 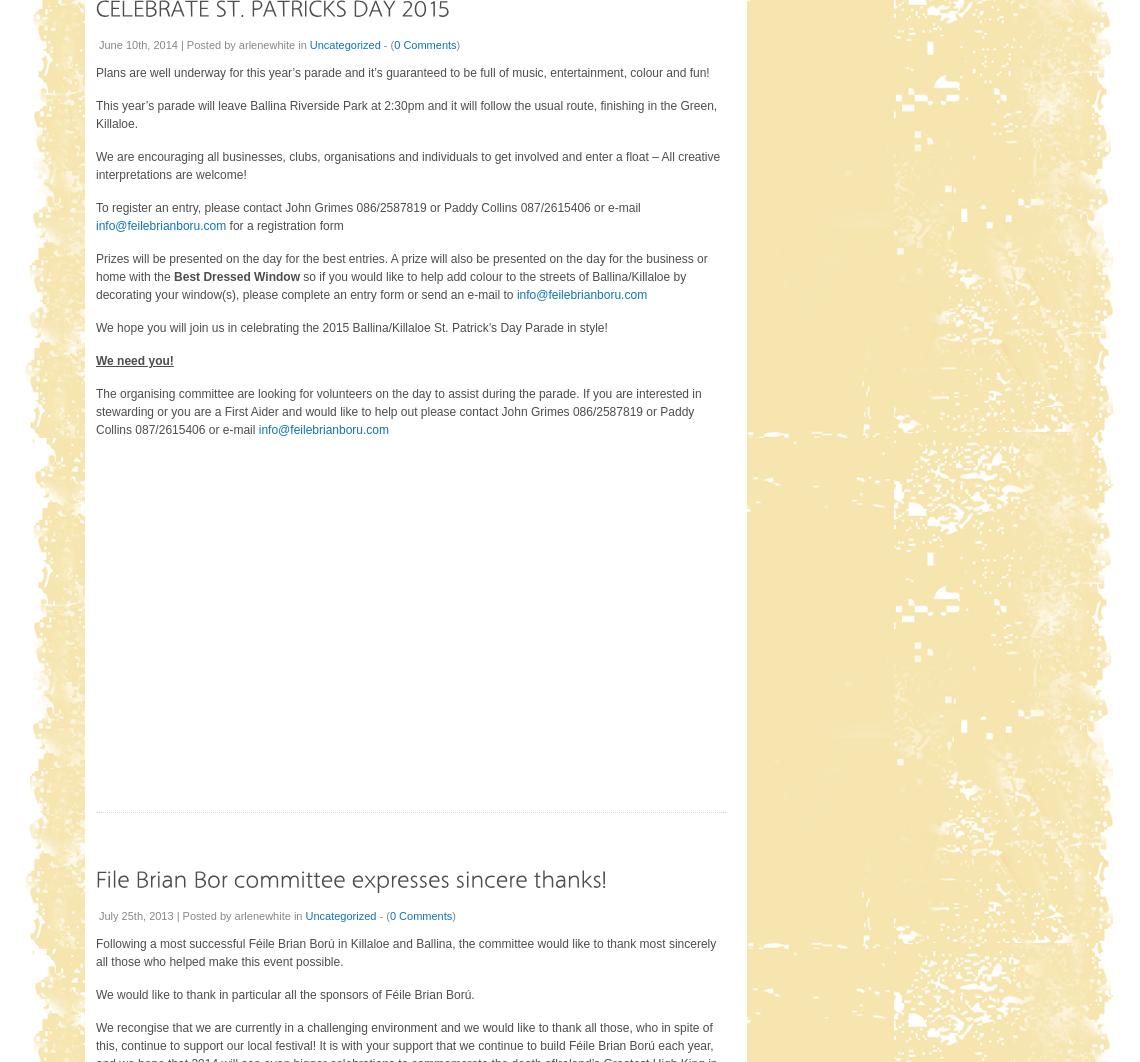 What do you see at coordinates (166, 914) in the screenshot?
I see `'July 25th, 2013 | Posted by'` at bounding box center [166, 914].